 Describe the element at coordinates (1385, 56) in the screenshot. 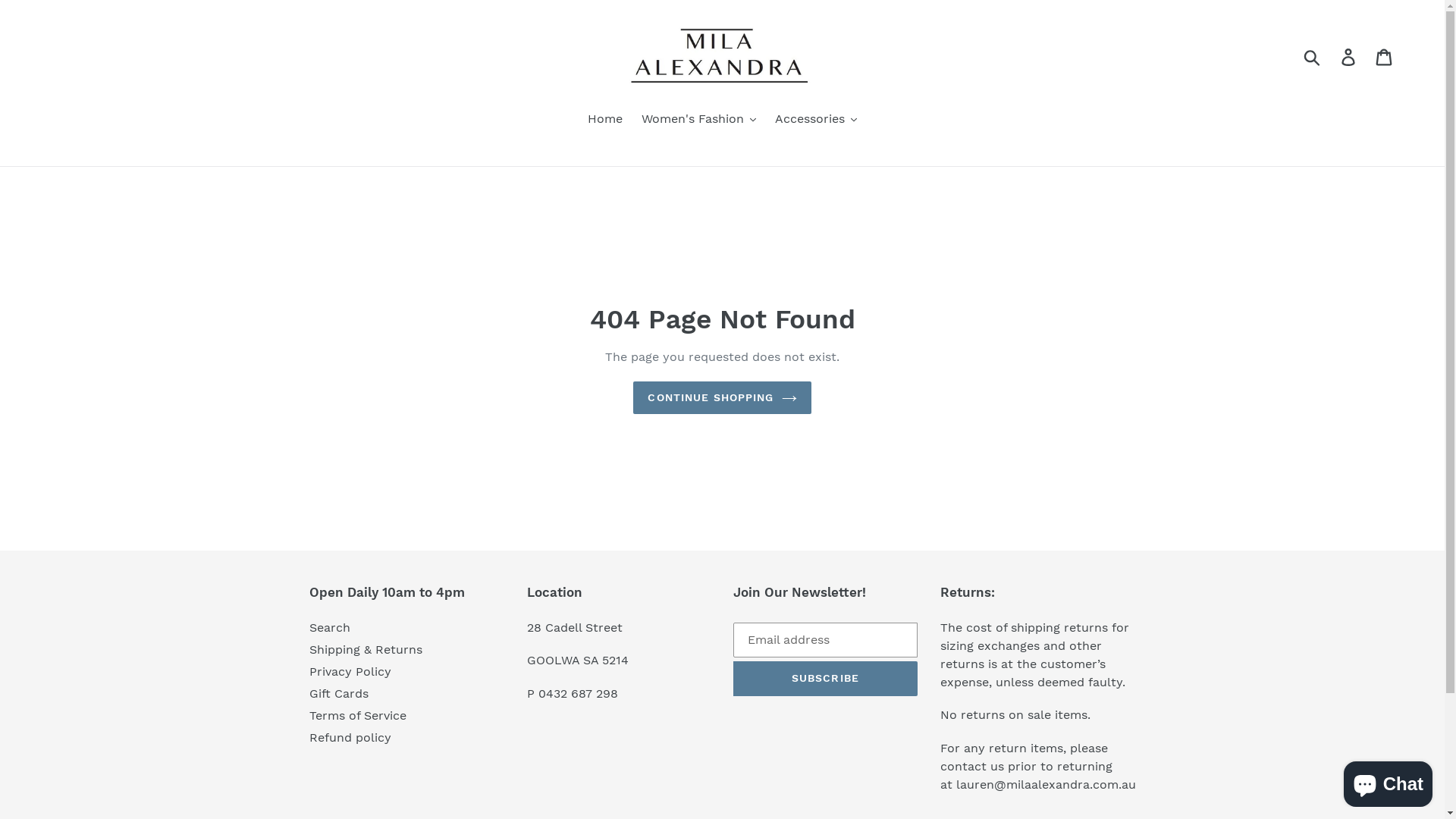

I see `'Cart'` at that location.